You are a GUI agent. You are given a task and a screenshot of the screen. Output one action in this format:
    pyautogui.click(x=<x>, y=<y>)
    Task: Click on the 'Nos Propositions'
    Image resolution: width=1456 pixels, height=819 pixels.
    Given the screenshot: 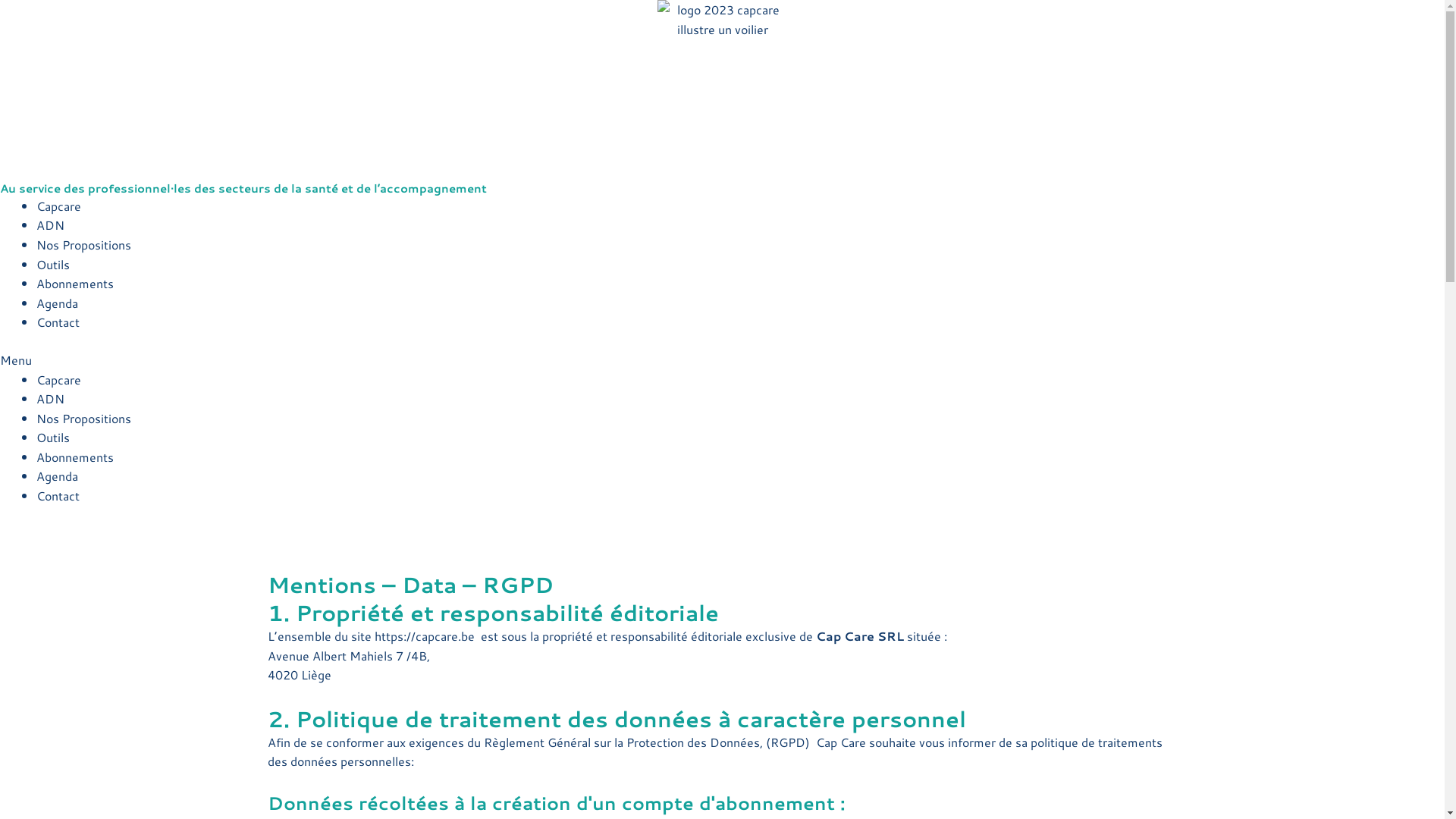 What is the action you would take?
    pyautogui.click(x=83, y=418)
    